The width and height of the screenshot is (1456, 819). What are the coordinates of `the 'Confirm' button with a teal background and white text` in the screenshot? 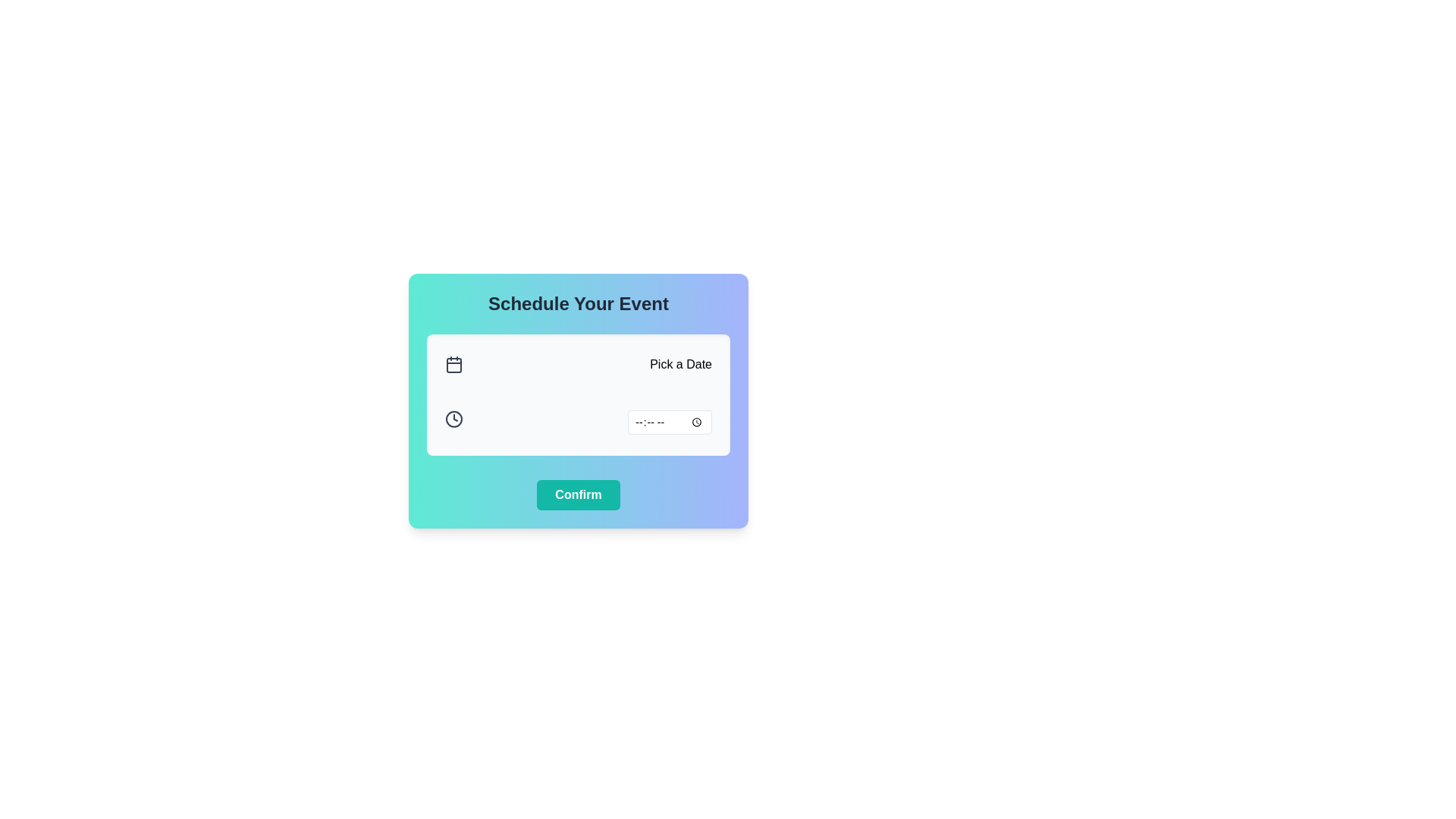 It's located at (578, 494).